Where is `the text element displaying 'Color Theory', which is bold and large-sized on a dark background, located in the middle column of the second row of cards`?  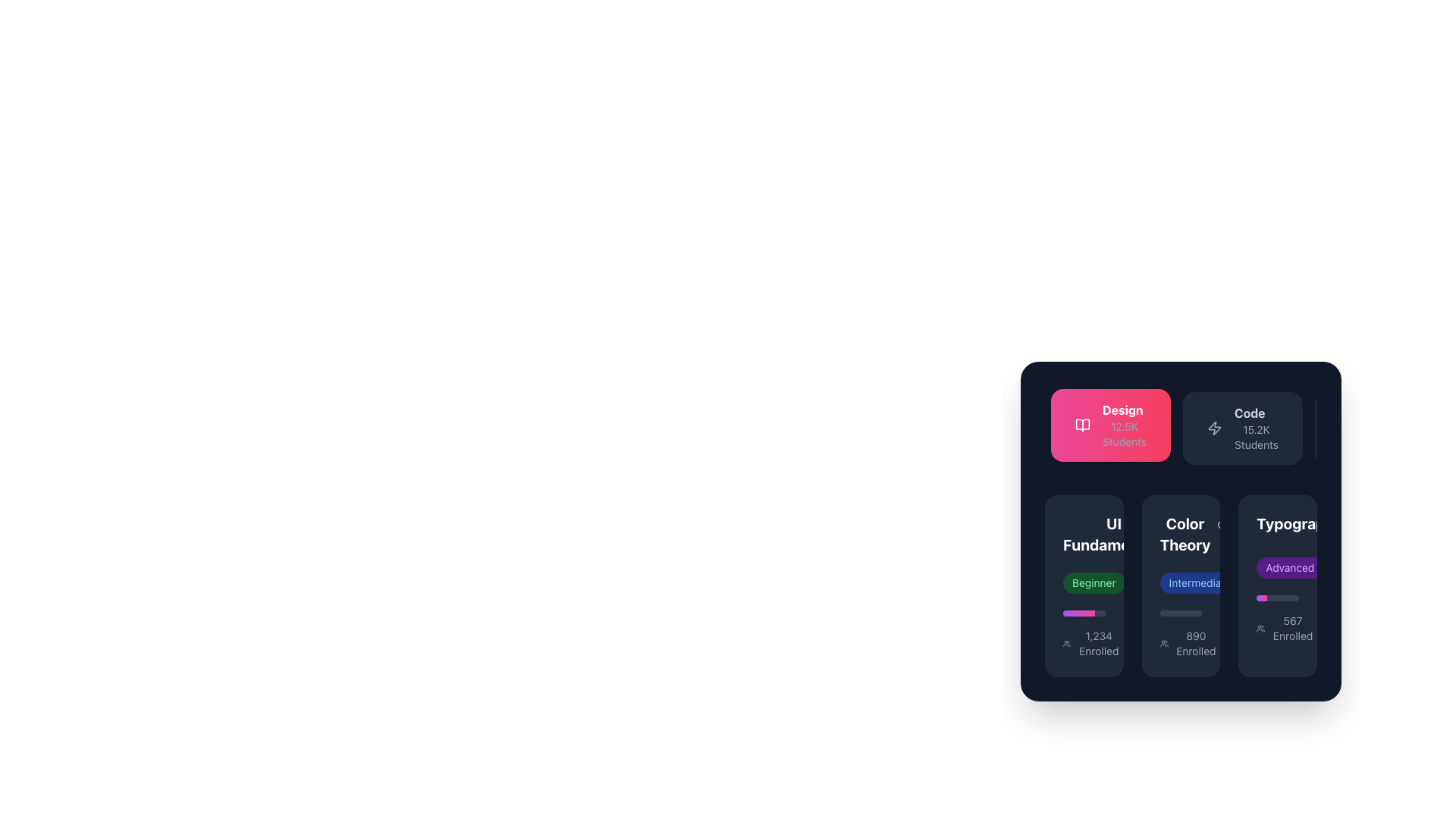
the text element displaying 'Color Theory', which is bold and large-sized on a dark background, located in the middle column of the second row of cards is located at coordinates (1185, 534).